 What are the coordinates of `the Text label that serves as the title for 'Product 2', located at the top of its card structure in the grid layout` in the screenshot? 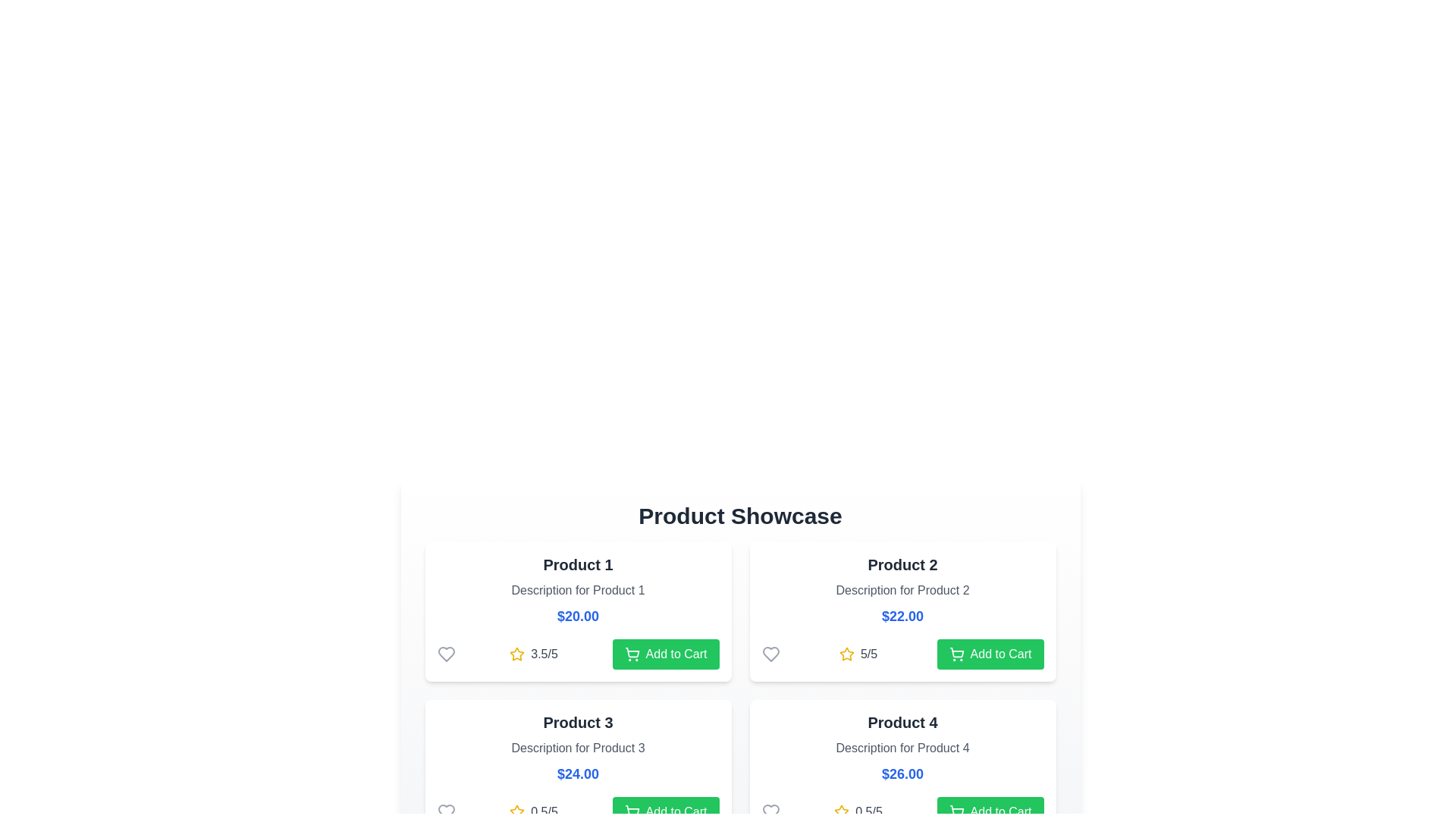 It's located at (902, 564).